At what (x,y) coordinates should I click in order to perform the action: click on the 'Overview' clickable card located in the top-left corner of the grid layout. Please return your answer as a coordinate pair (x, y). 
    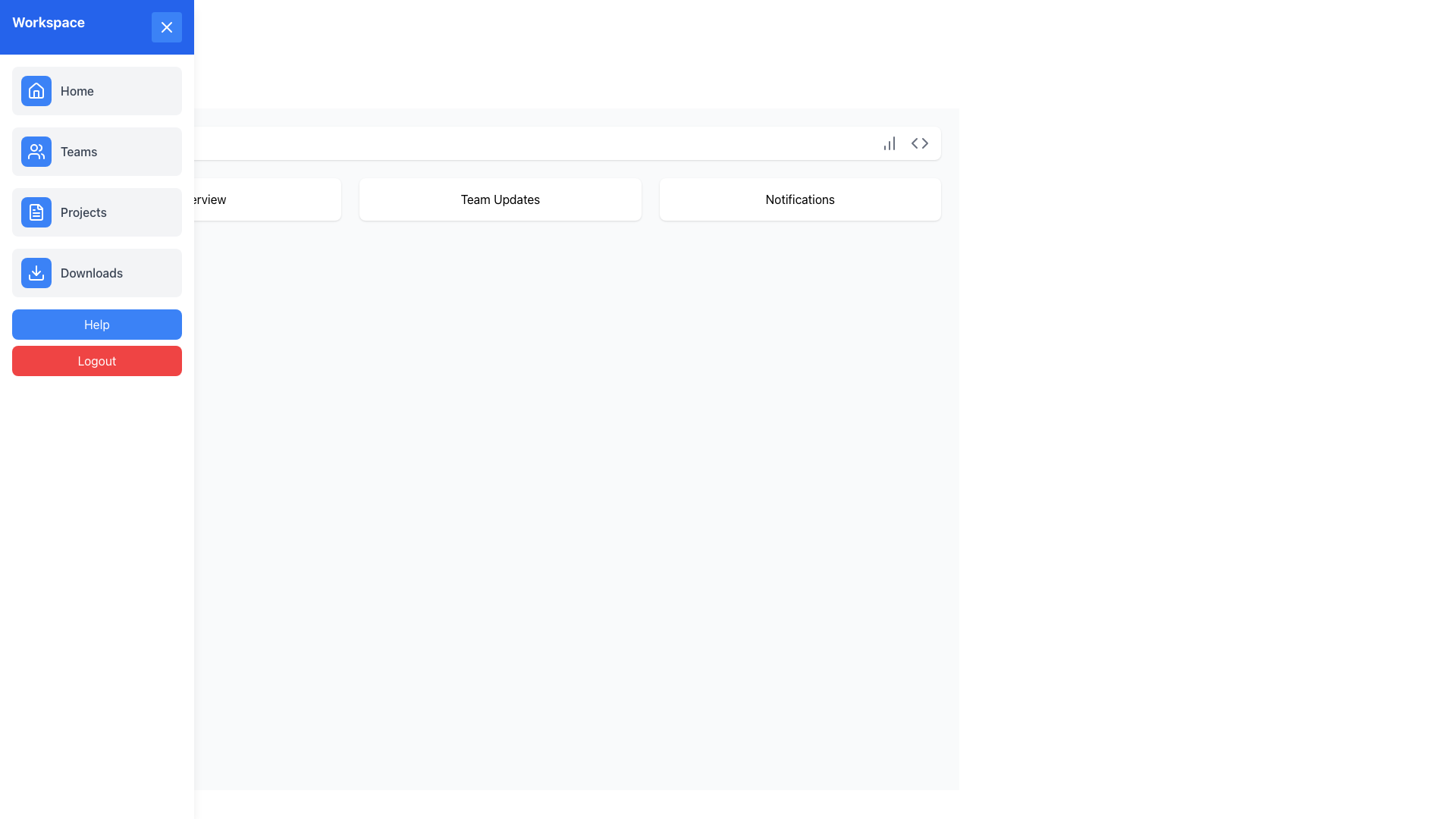
    Looking at the image, I should click on (199, 198).